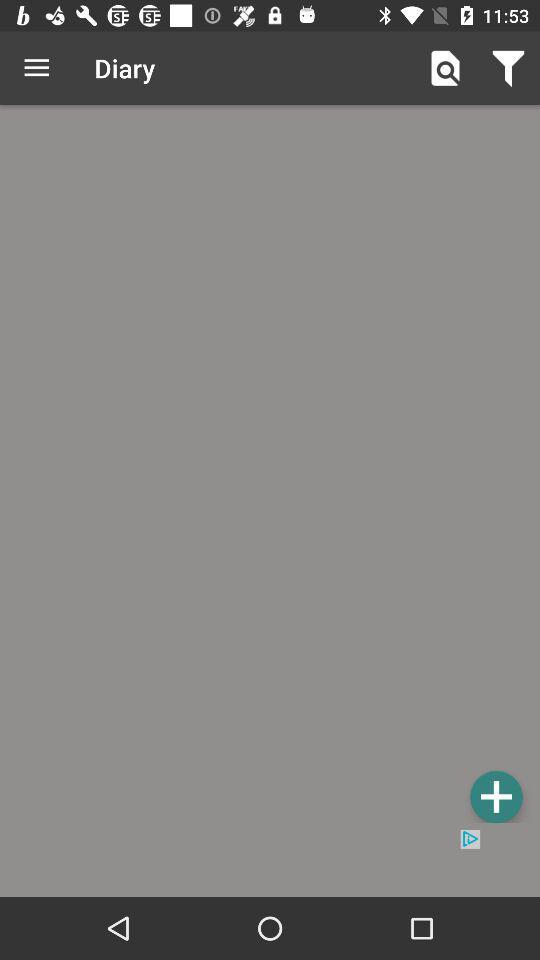  Describe the element at coordinates (495, 796) in the screenshot. I see `to this screen` at that location.